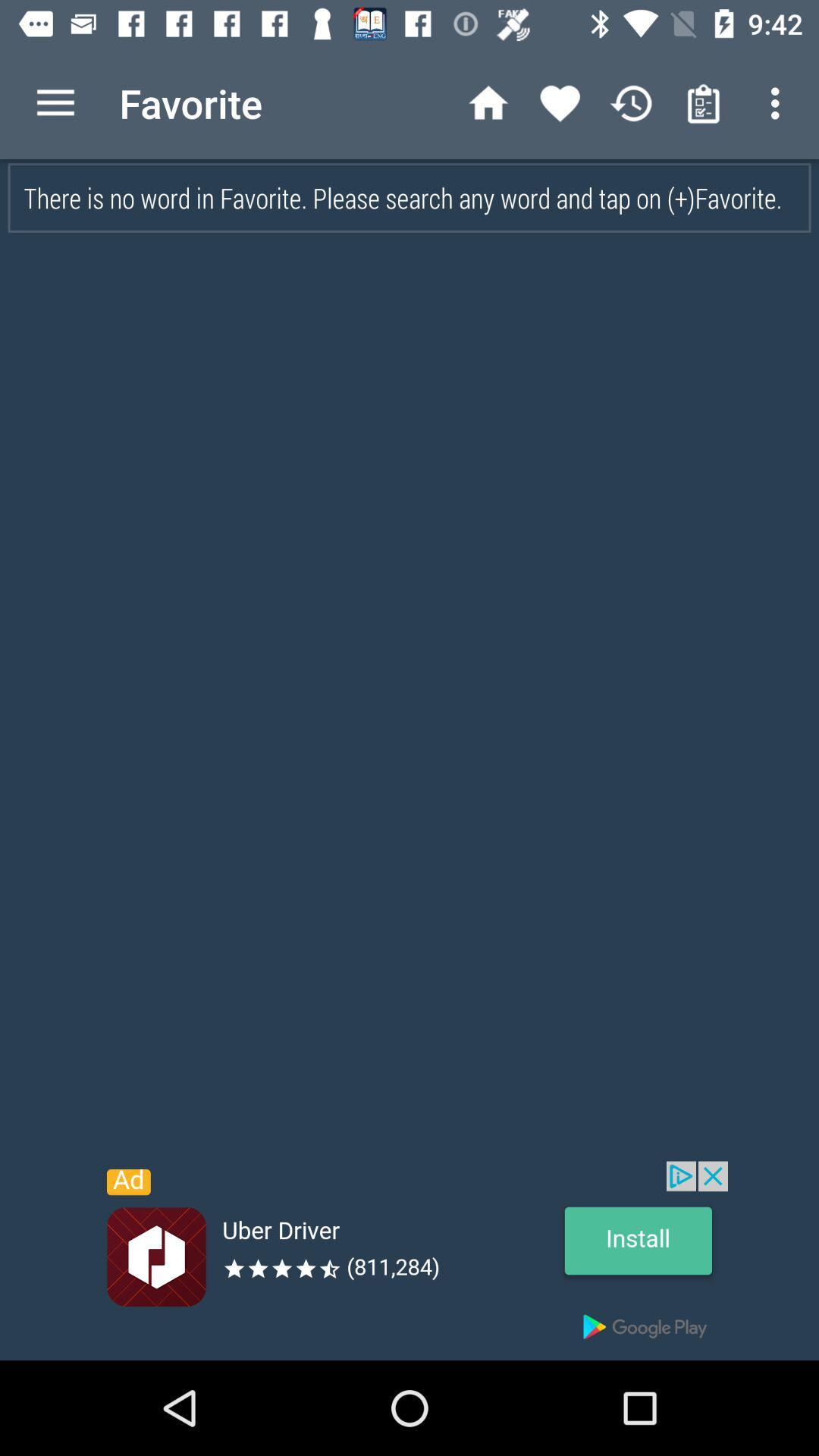 The width and height of the screenshot is (819, 1456). What do you see at coordinates (409, 1260) in the screenshot?
I see `install app` at bounding box center [409, 1260].